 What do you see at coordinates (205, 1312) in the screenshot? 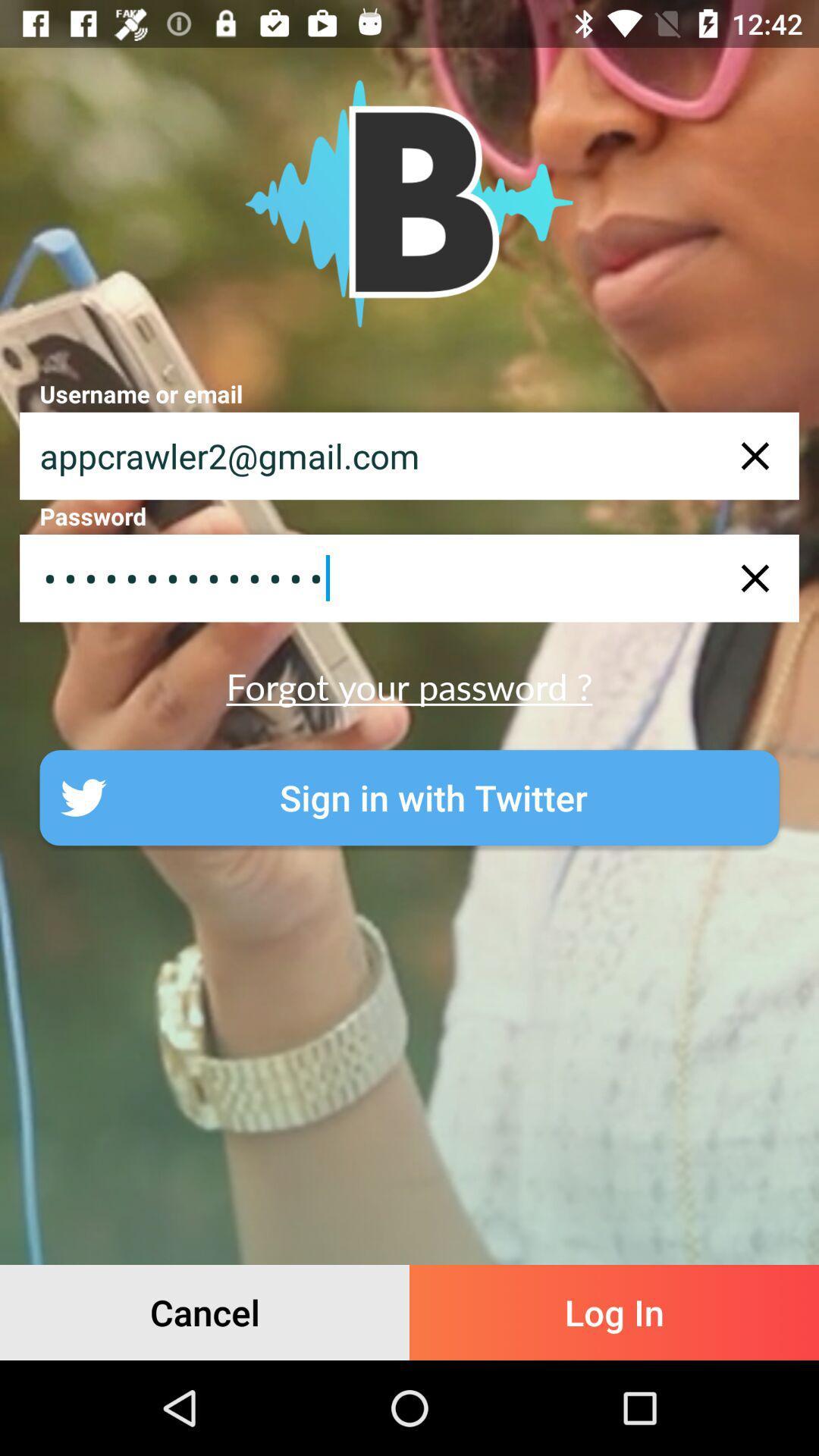
I see `the item next to the log in` at bounding box center [205, 1312].